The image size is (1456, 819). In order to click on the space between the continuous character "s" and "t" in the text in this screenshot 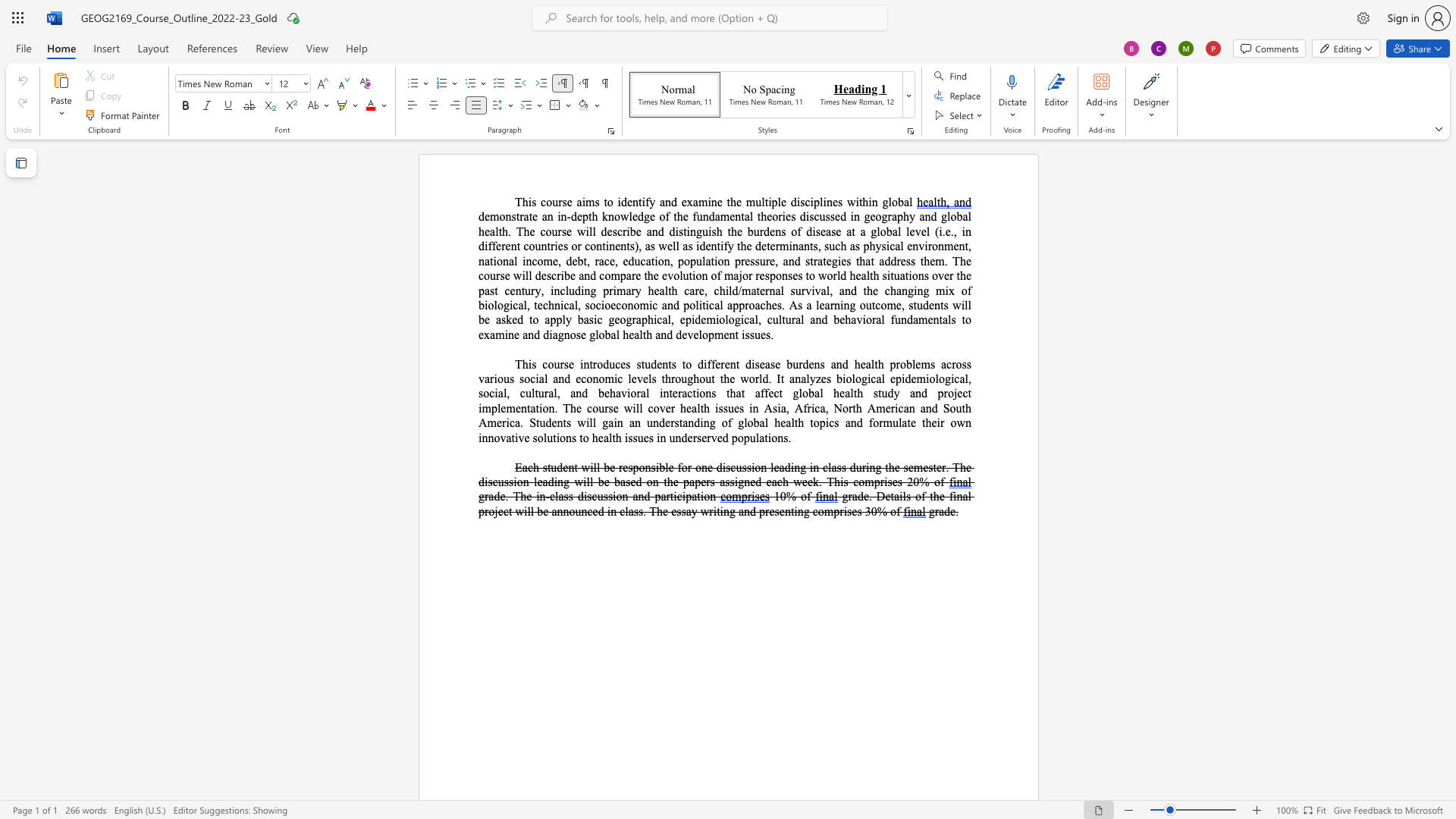, I will do `click(912, 305)`.